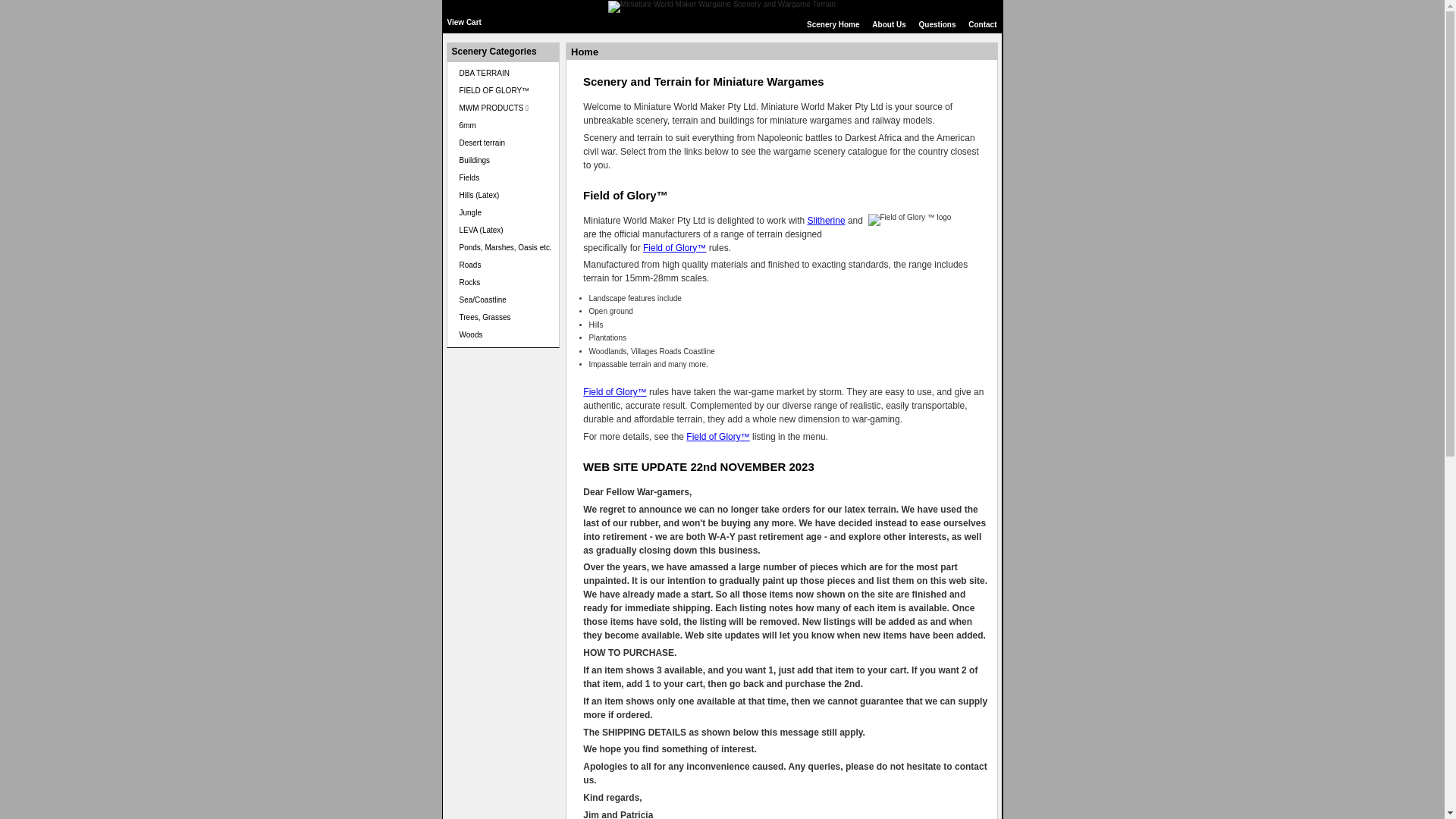  Describe the element at coordinates (888, 24) in the screenshot. I see `'About Us'` at that location.